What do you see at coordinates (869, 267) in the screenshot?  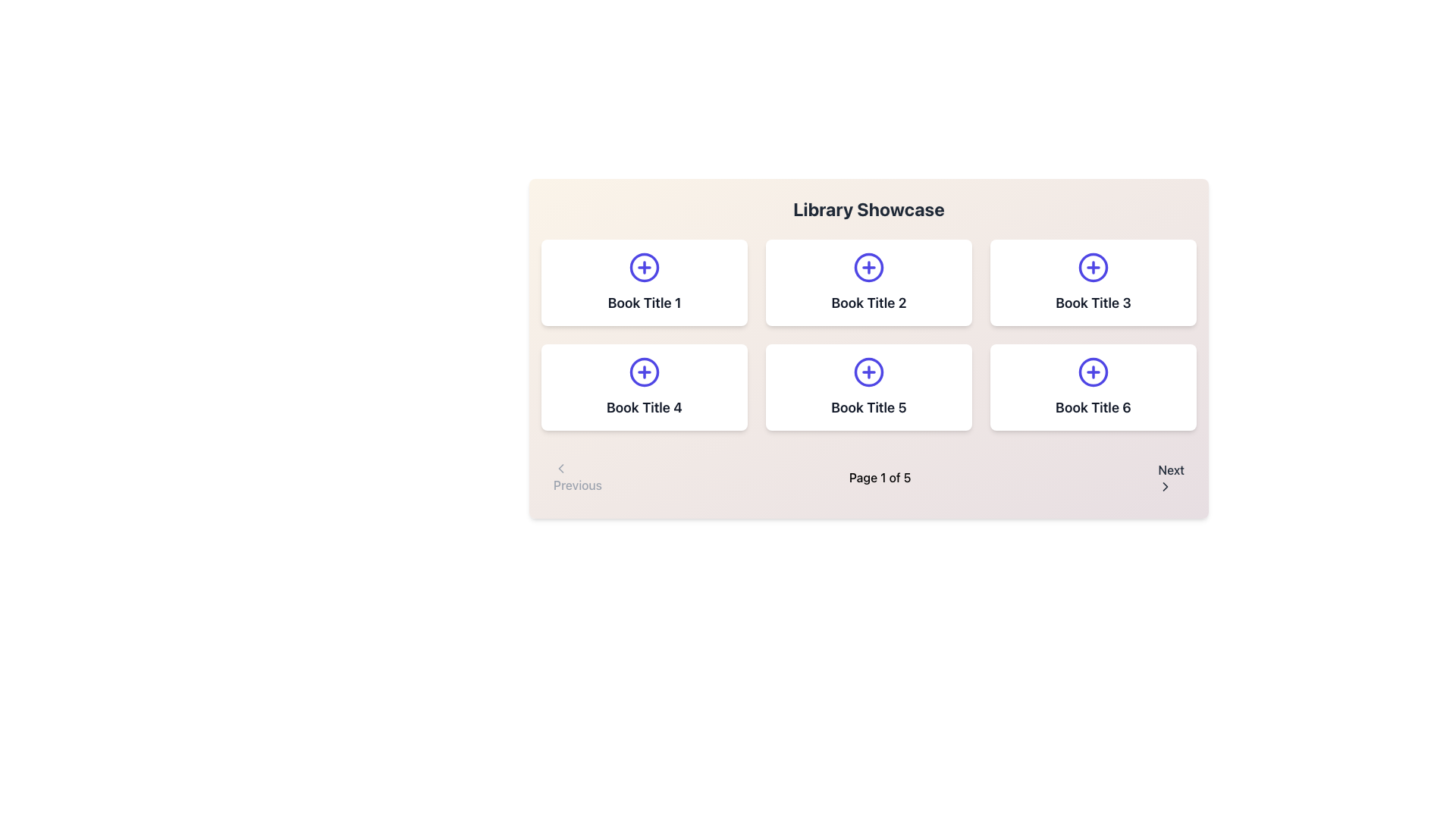 I see `the circular blue icon with a plus sign (+) located in the top-middle card titled 'Book Title 2'` at bounding box center [869, 267].